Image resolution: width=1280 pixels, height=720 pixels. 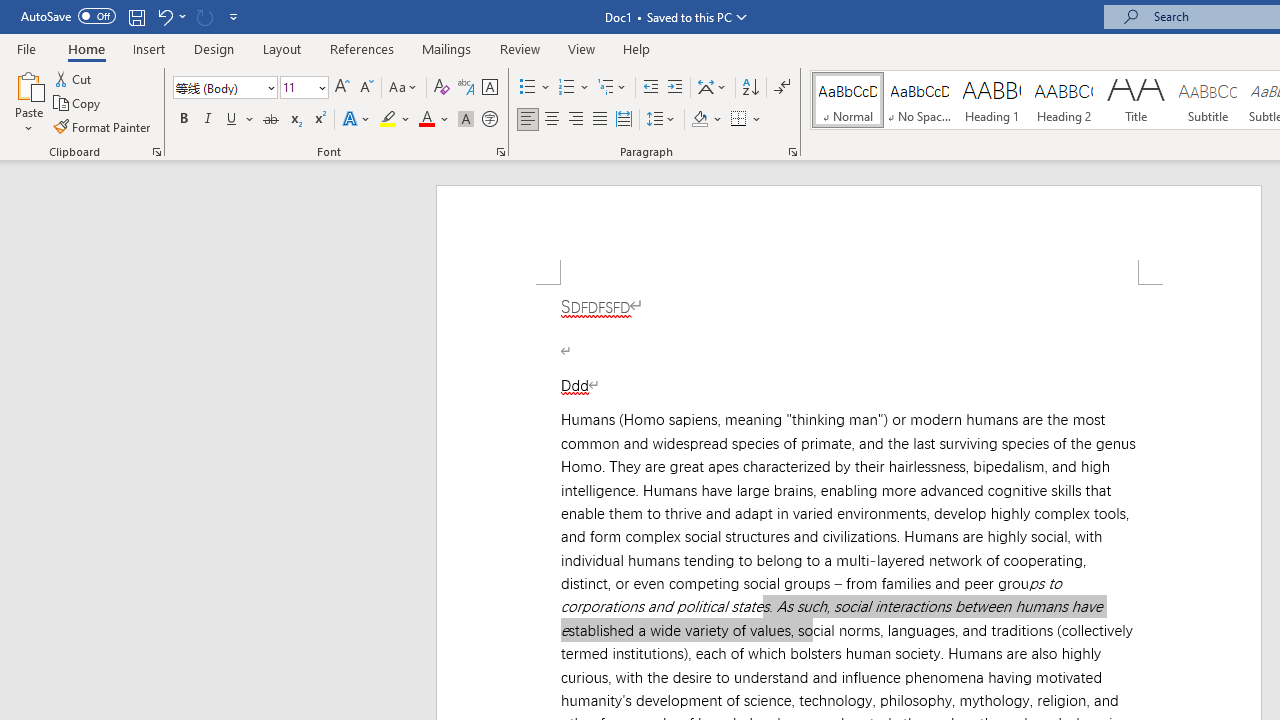 I want to click on 'Layout', so click(x=281, y=48).